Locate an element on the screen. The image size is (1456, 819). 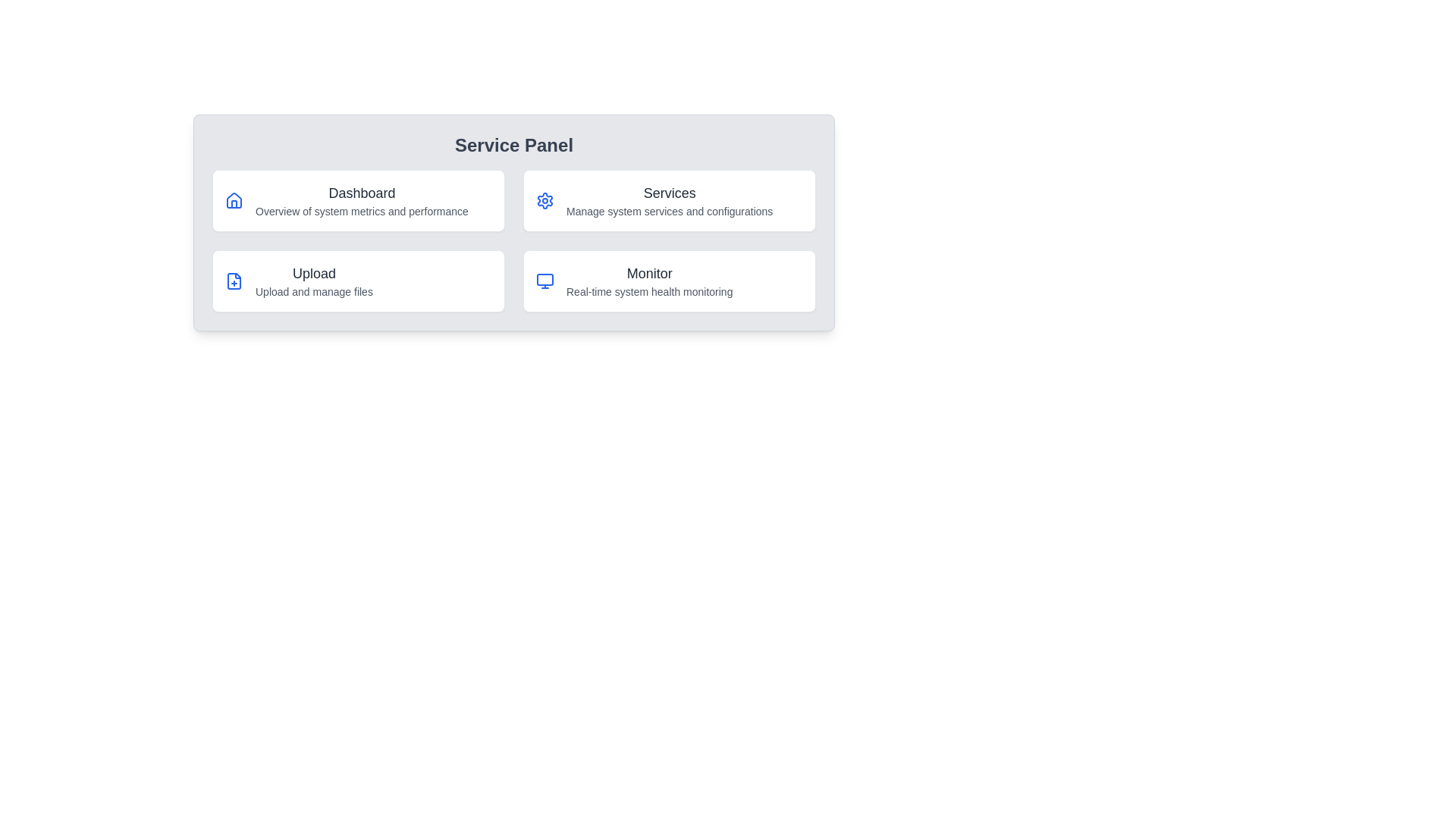
the Text Label in the left-bottom quadrant of the 'Service Panel' section, which is located below the 'Dashboard' card and to the left of the 'Monitor' card is located at coordinates (313, 281).